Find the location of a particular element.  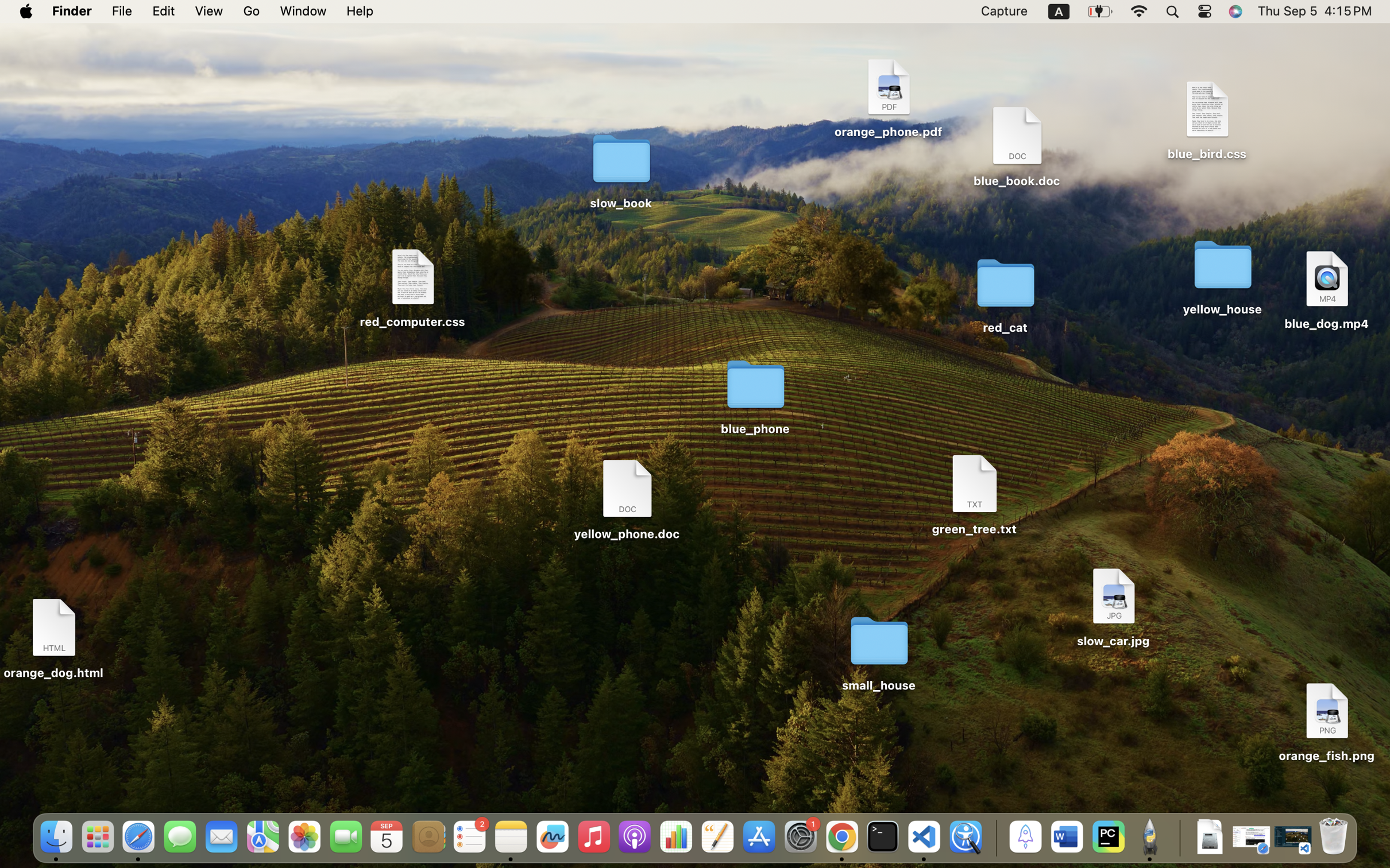

'0.4285714328289032' is located at coordinates (994, 837).